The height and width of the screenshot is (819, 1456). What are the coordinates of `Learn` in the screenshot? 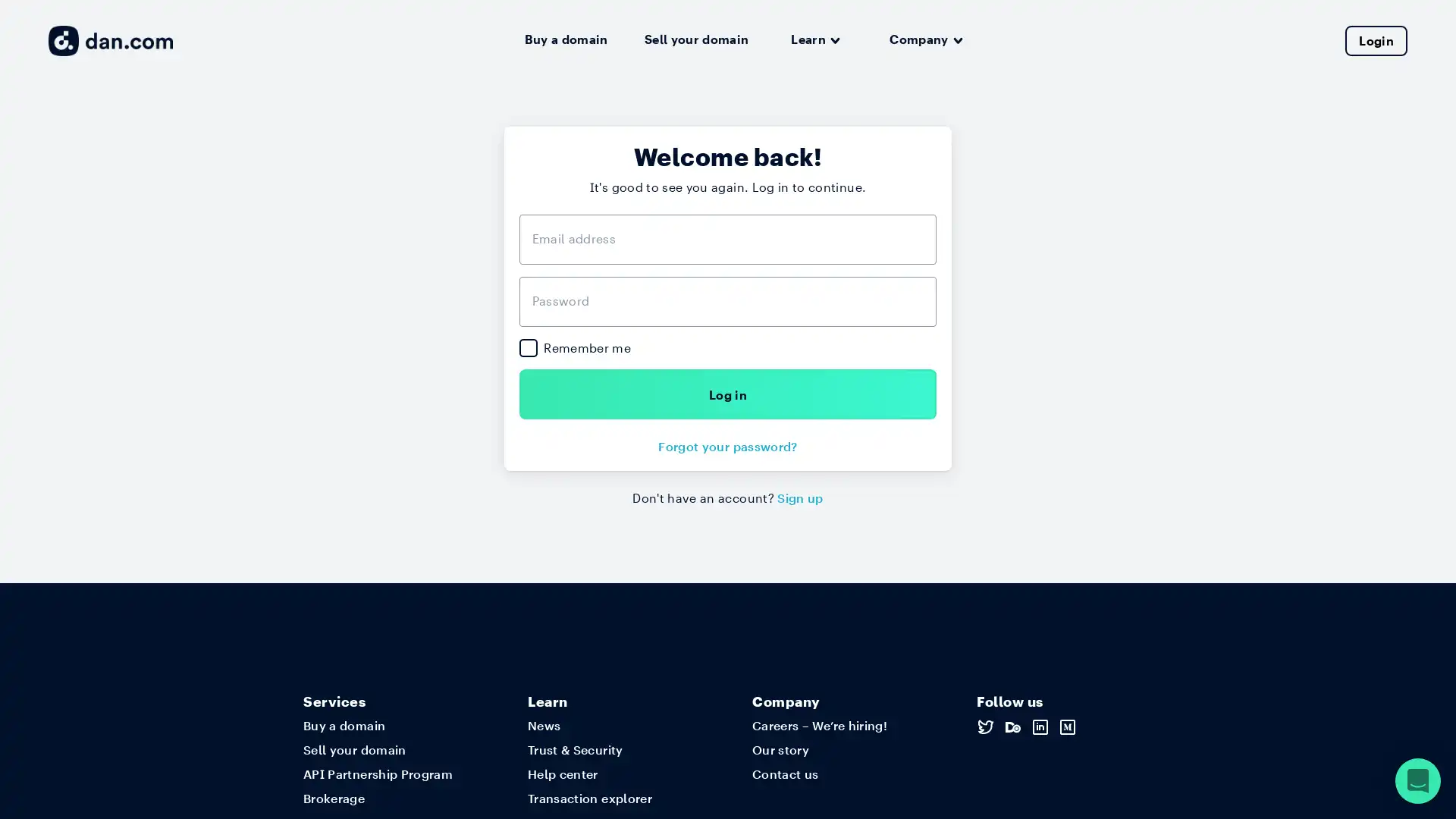 It's located at (814, 39).